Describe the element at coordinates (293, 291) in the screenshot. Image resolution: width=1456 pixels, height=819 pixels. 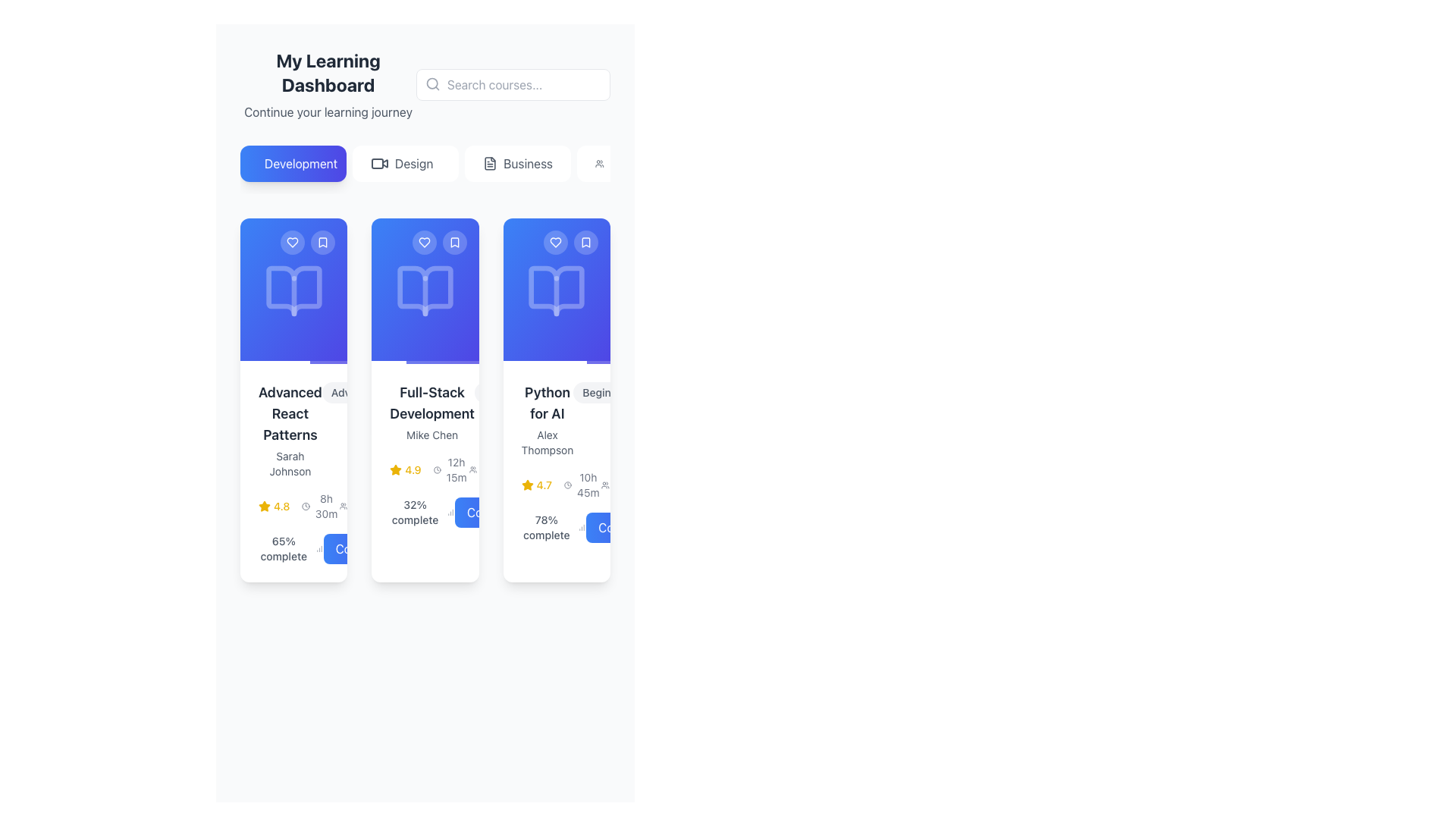
I see `the decorative area with icon representing the course 'Advanced React Patterns' located at the top section of the card layout under the 'Development' tab` at that location.